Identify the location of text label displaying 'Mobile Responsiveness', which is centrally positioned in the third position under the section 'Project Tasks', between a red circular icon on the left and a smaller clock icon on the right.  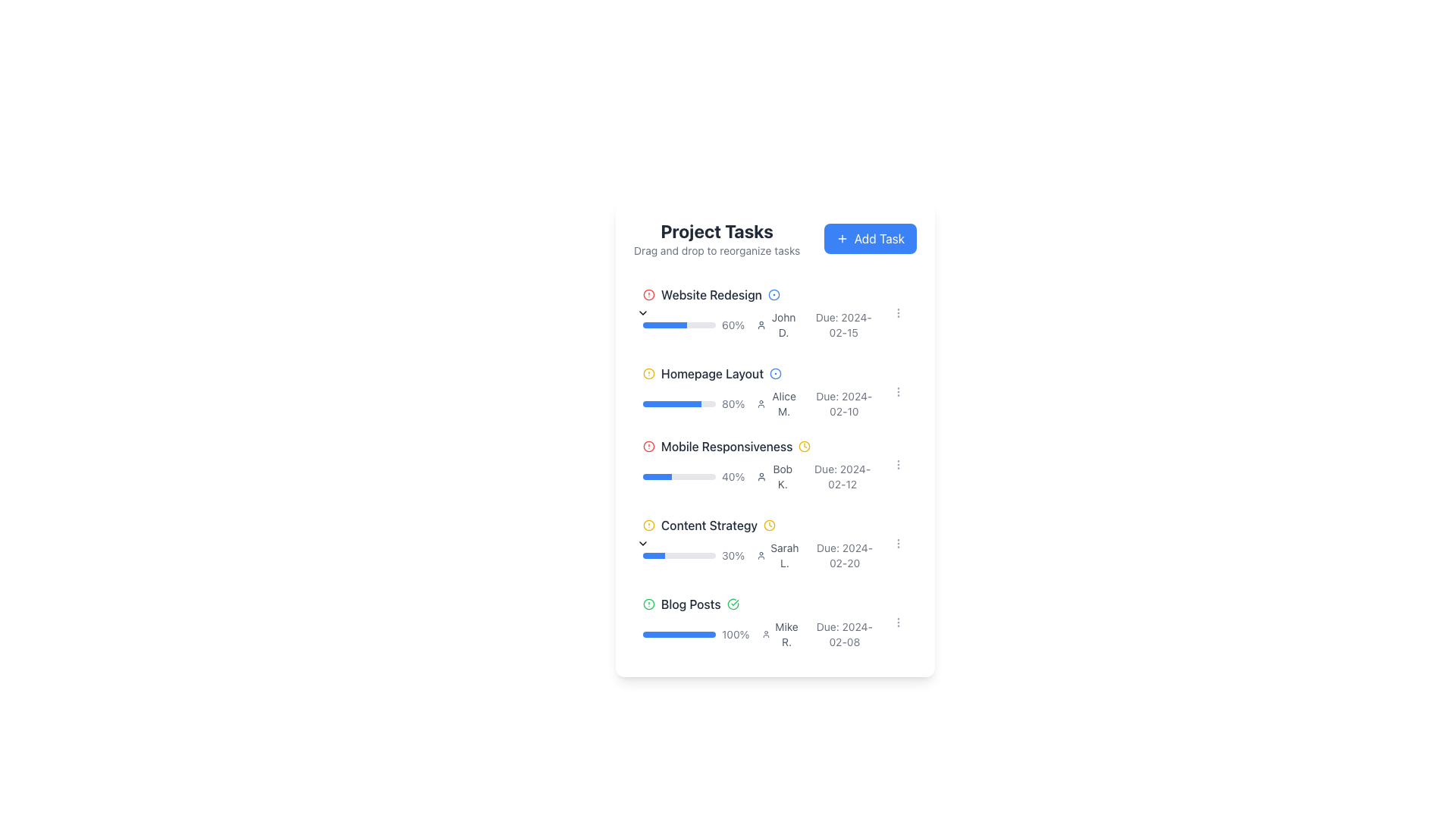
(726, 446).